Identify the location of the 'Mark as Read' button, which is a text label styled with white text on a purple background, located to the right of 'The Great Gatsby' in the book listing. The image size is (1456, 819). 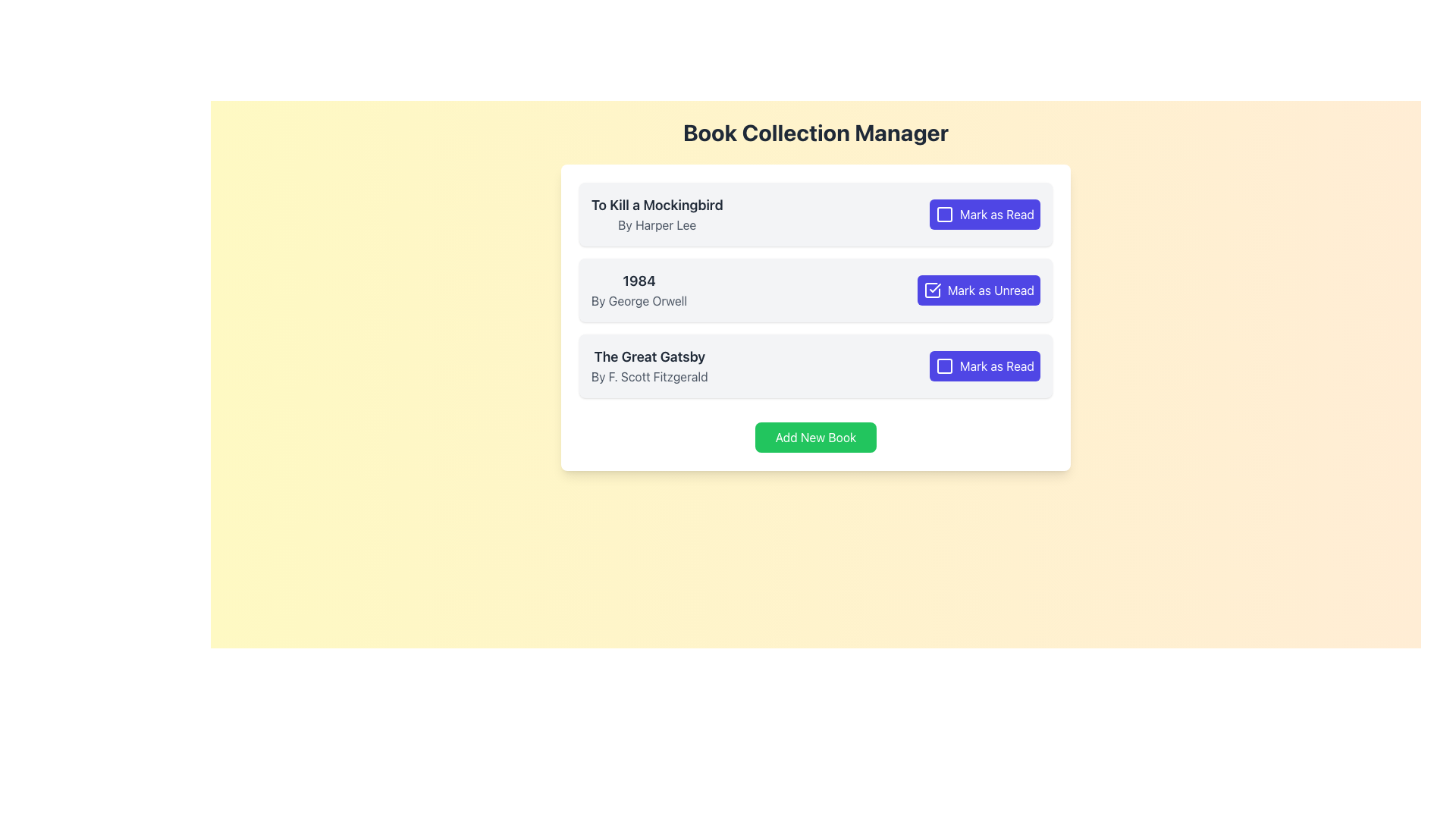
(997, 366).